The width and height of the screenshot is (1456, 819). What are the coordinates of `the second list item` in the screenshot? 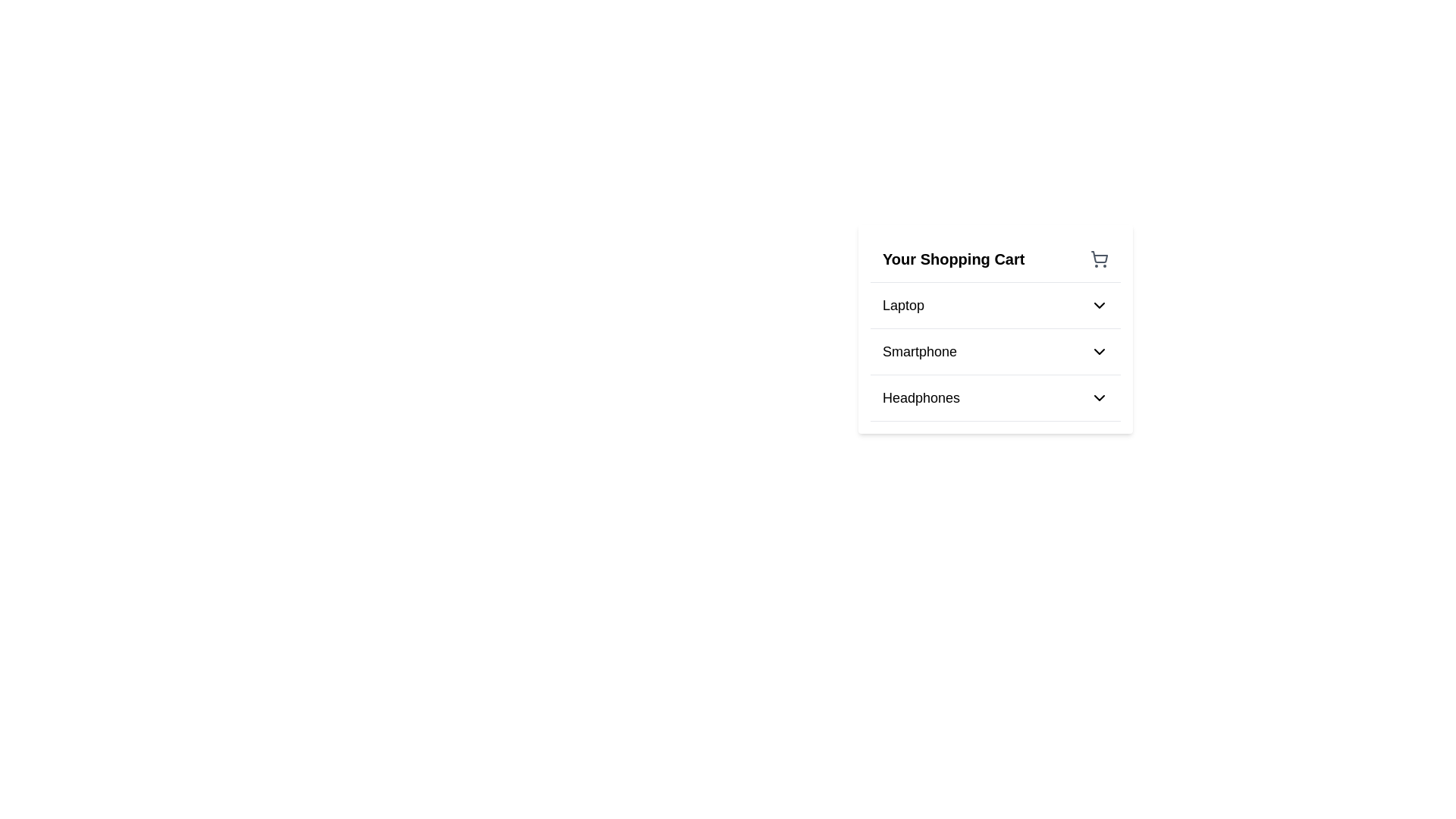 It's located at (996, 328).